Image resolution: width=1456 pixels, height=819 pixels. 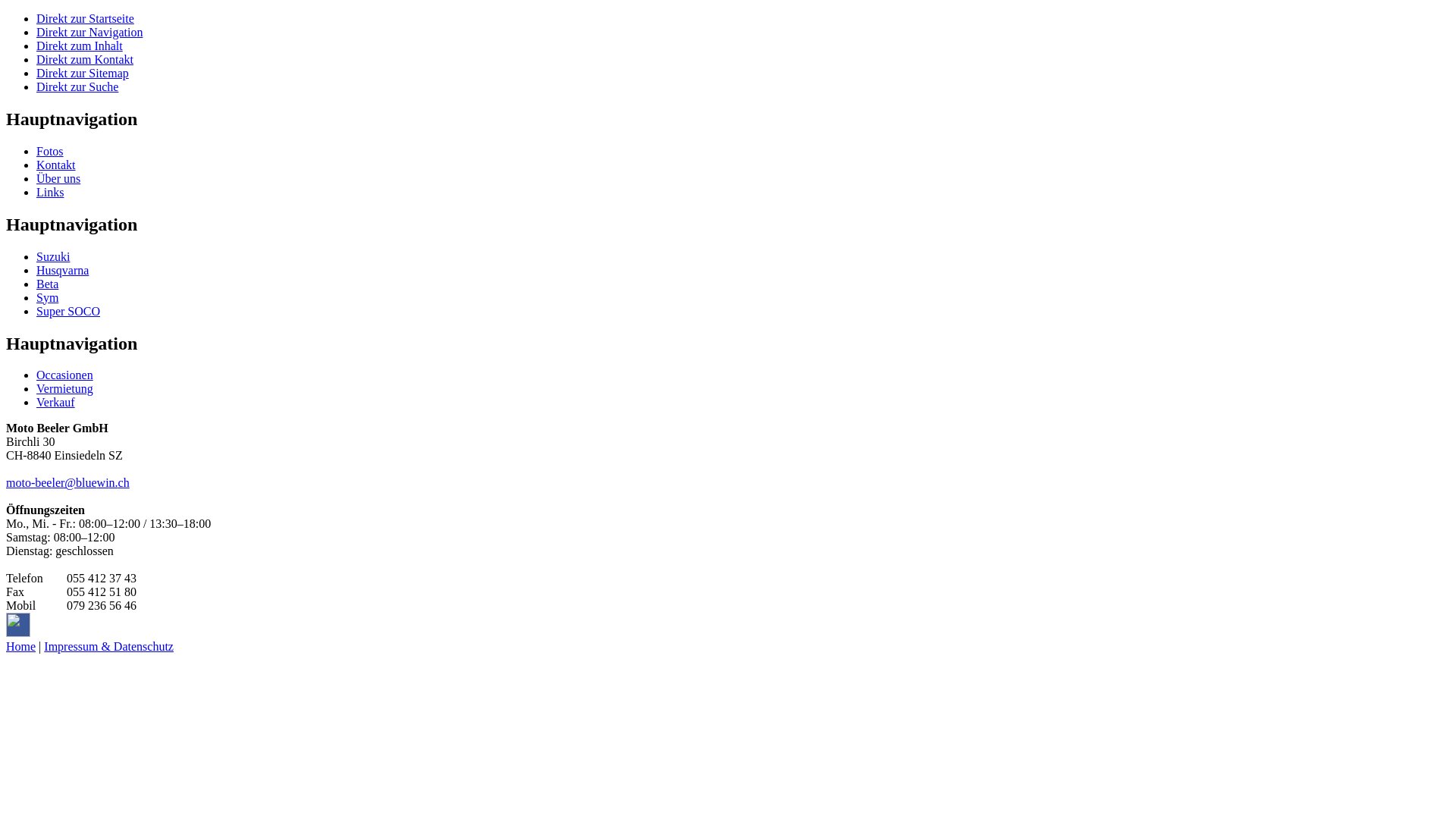 I want to click on 'Kontakt', so click(x=55, y=165).